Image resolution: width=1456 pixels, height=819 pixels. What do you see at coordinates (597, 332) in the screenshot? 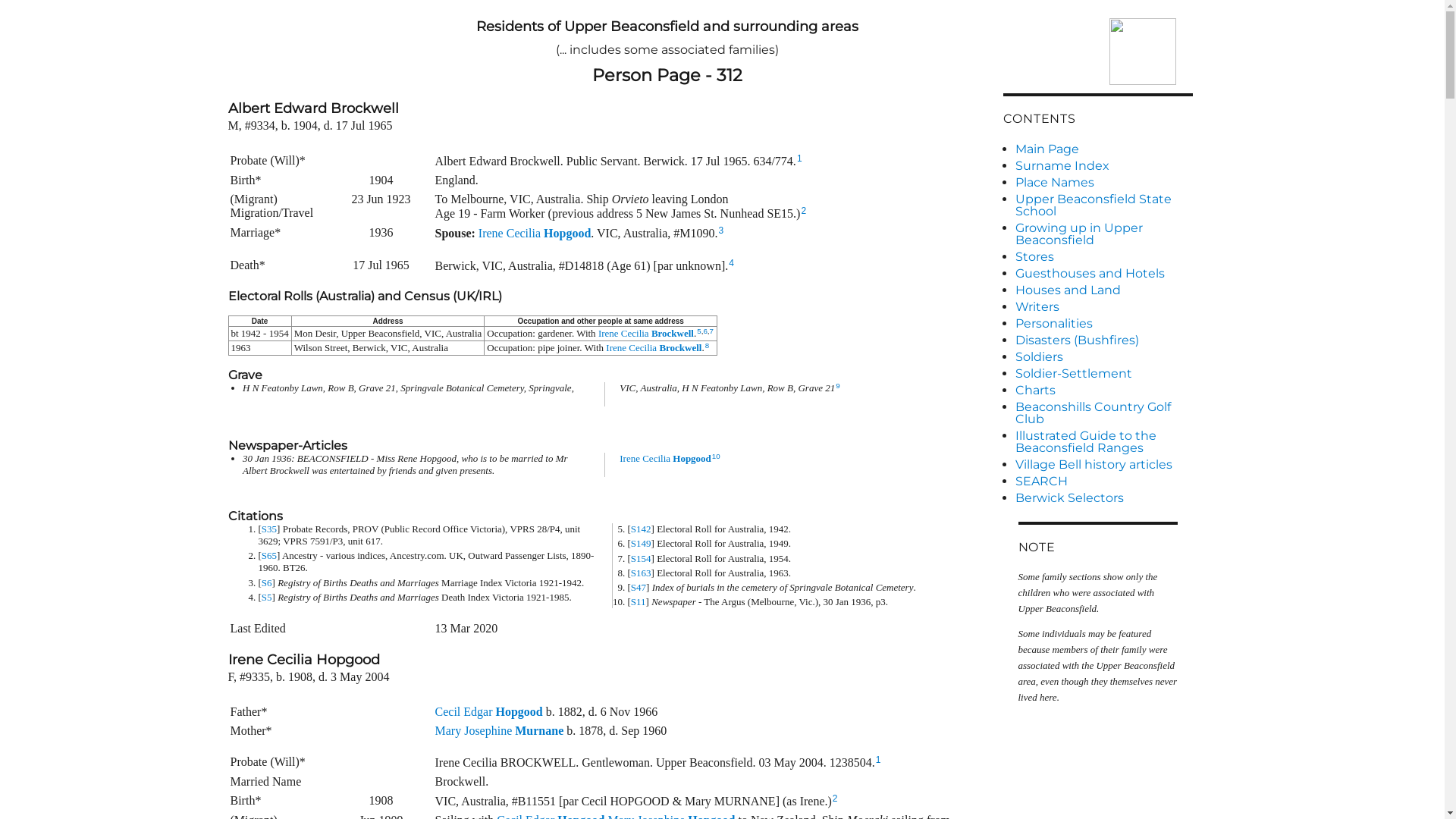
I see `'Irene Cecilia Brockwell'` at bounding box center [597, 332].